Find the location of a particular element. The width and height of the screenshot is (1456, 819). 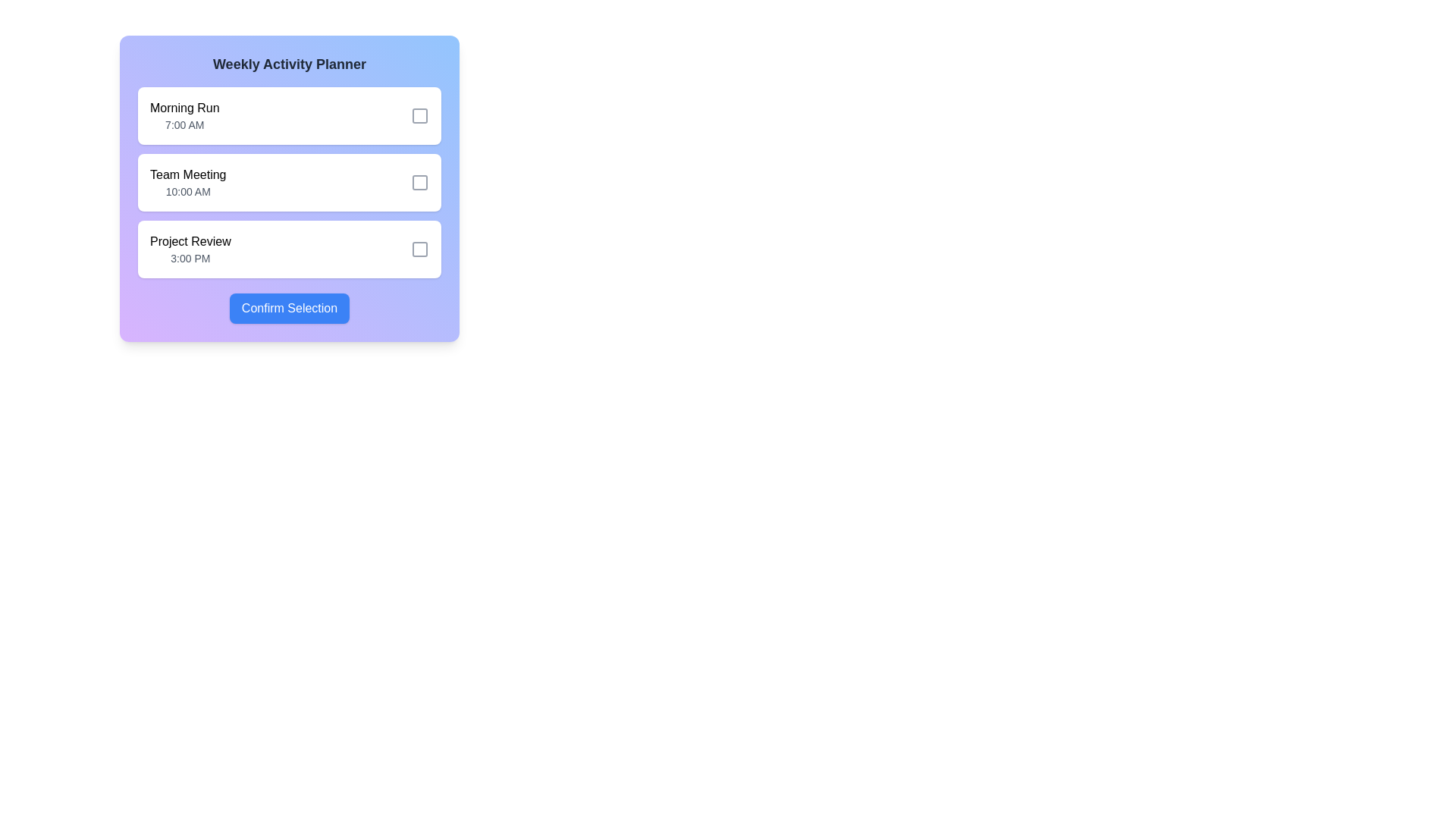

the checkbox located on the right side of the 'Team Meeting' row in the 'Weekly Activity Planner' interface is located at coordinates (419, 181).